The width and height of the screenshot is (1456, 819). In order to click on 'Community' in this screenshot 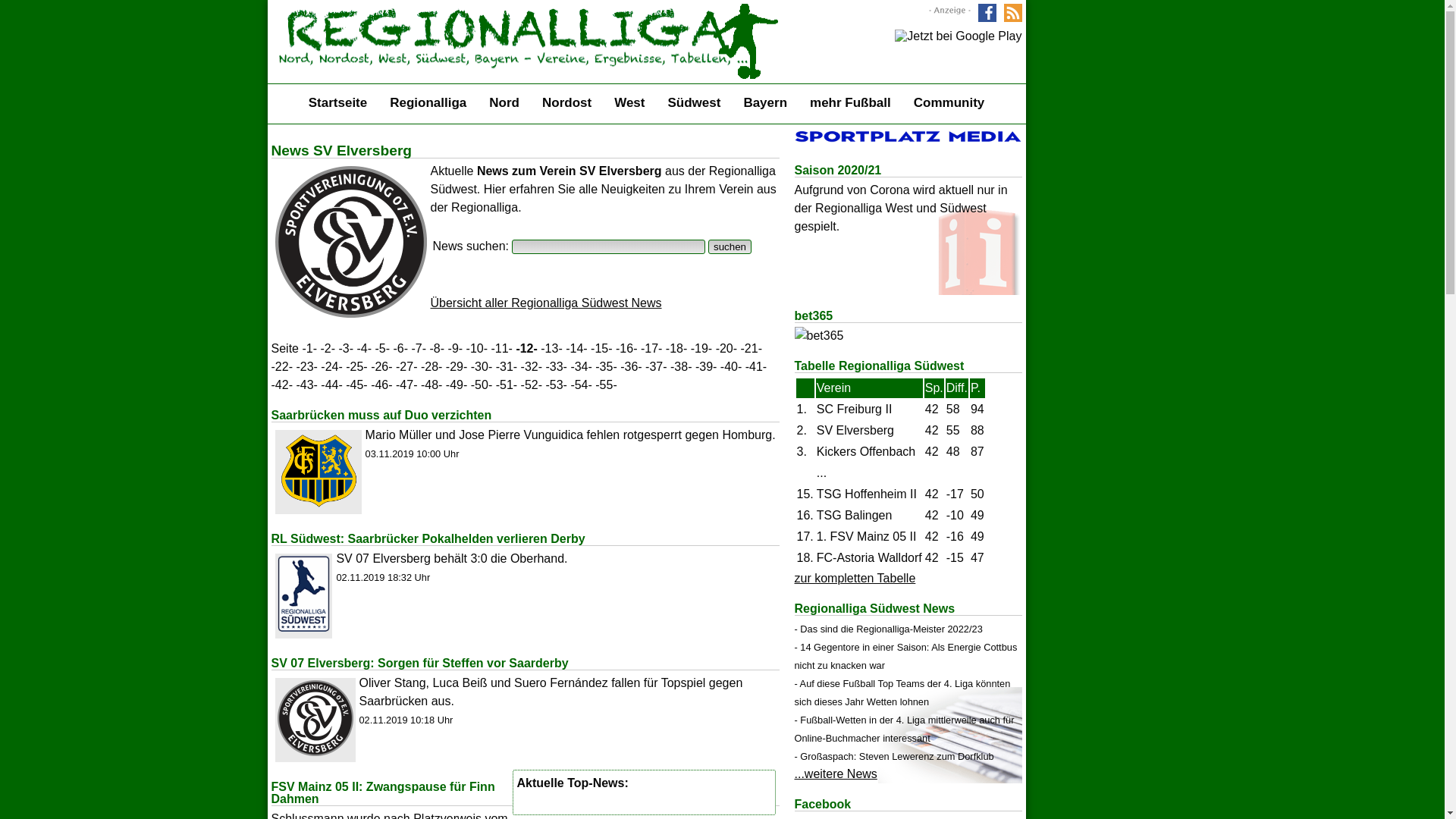, I will do `click(949, 102)`.